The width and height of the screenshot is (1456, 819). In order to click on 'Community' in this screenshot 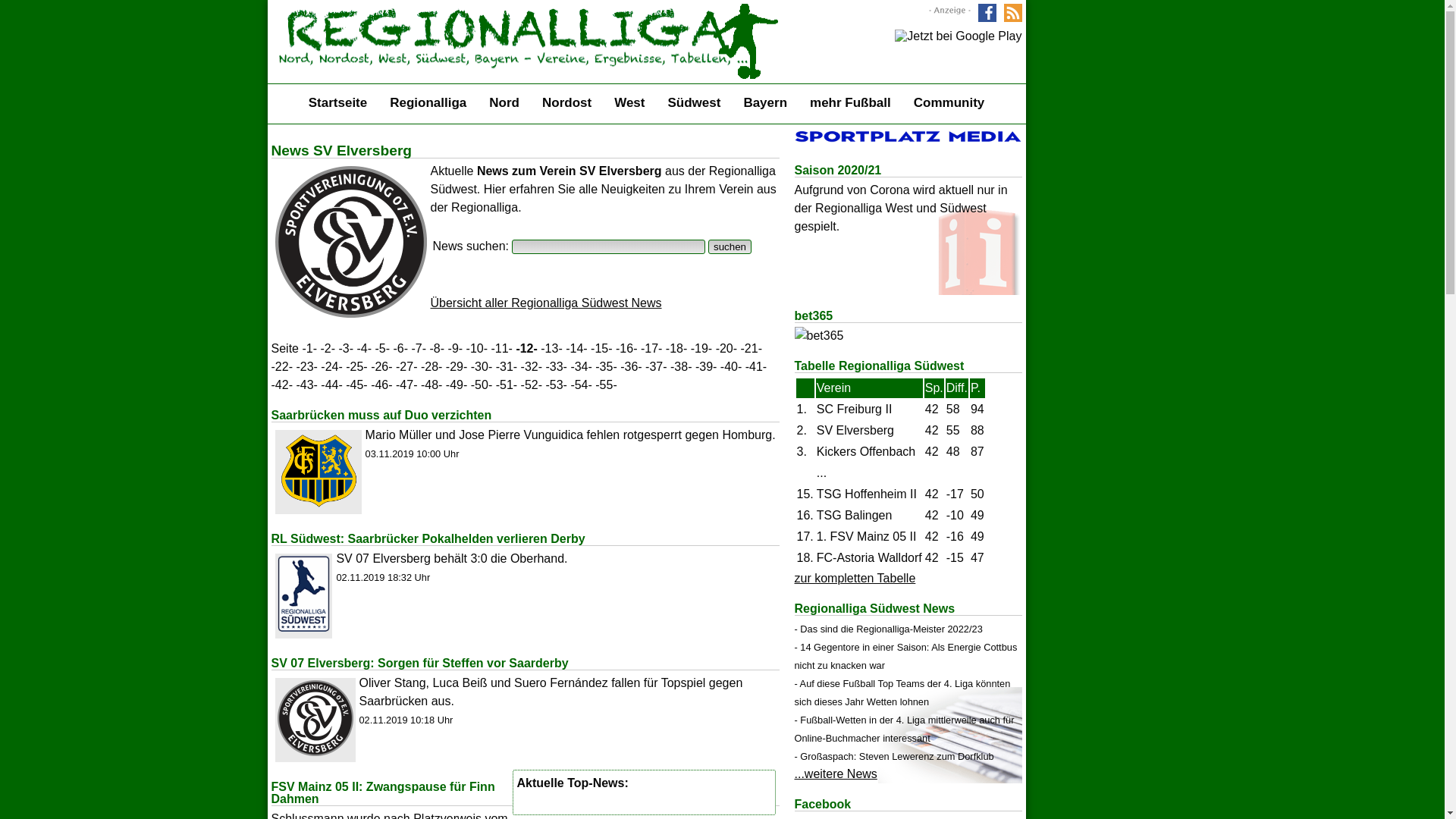, I will do `click(949, 102)`.